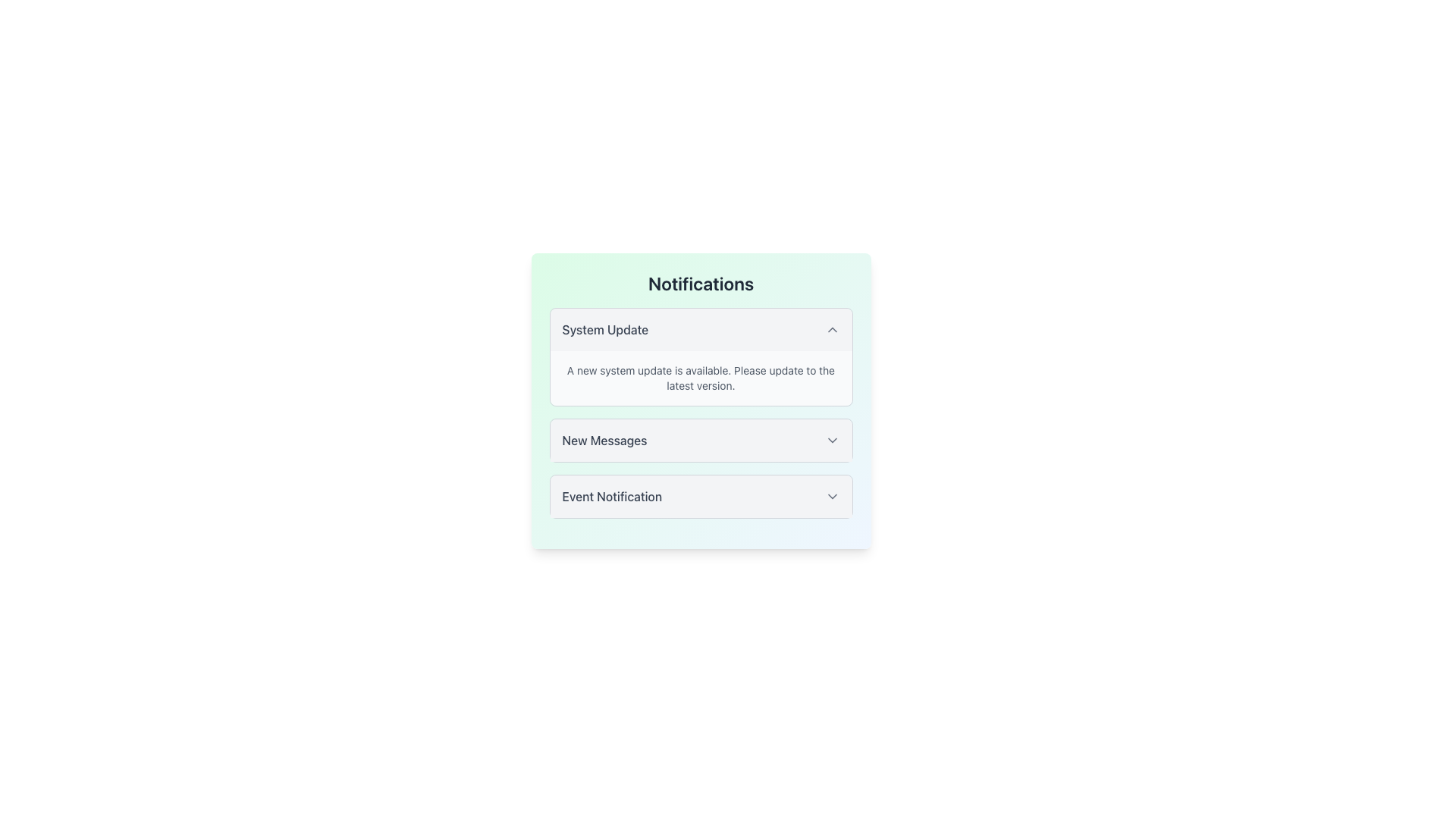  Describe the element at coordinates (831, 329) in the screenshot. I see `the chevron-up icon located at the far right of the 'System Update' section's header bar for visual feedback or a tooltip` at that location.